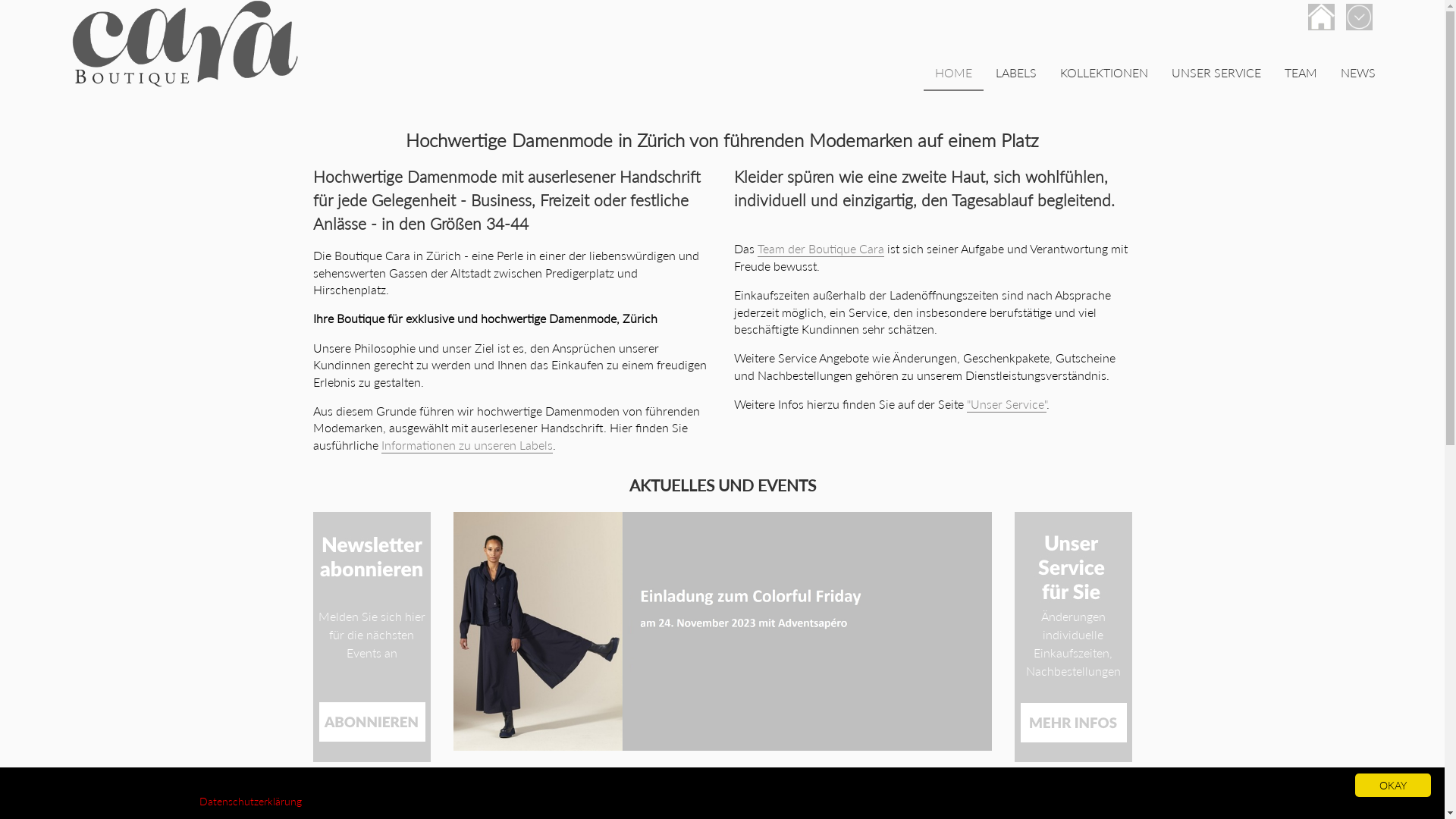  What do you see at coordinates (819, 248) in the screenshot?
I see `'Team der Boutique Cara'` at bounding box center [819, 248].